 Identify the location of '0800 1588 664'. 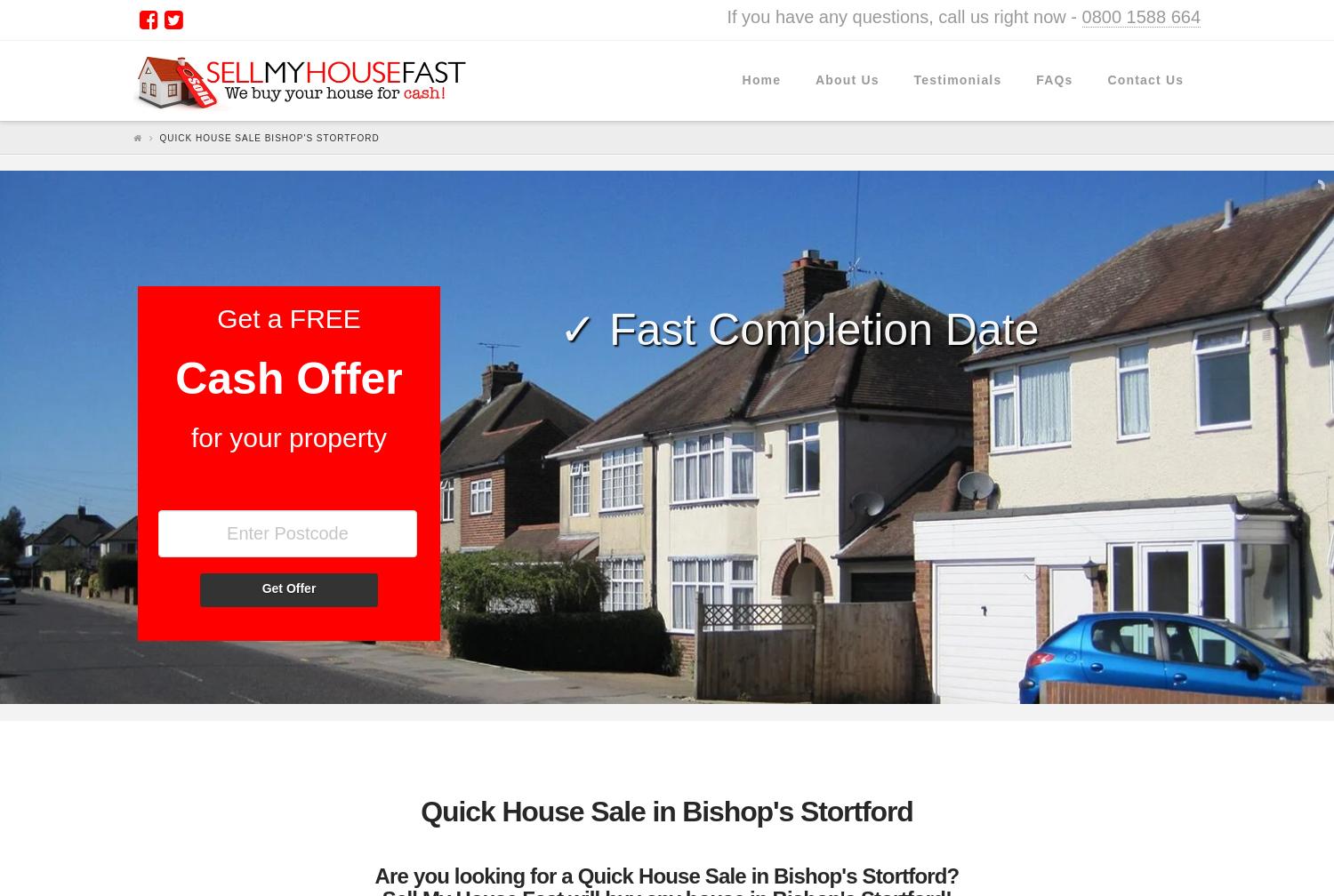
(1140, 16).